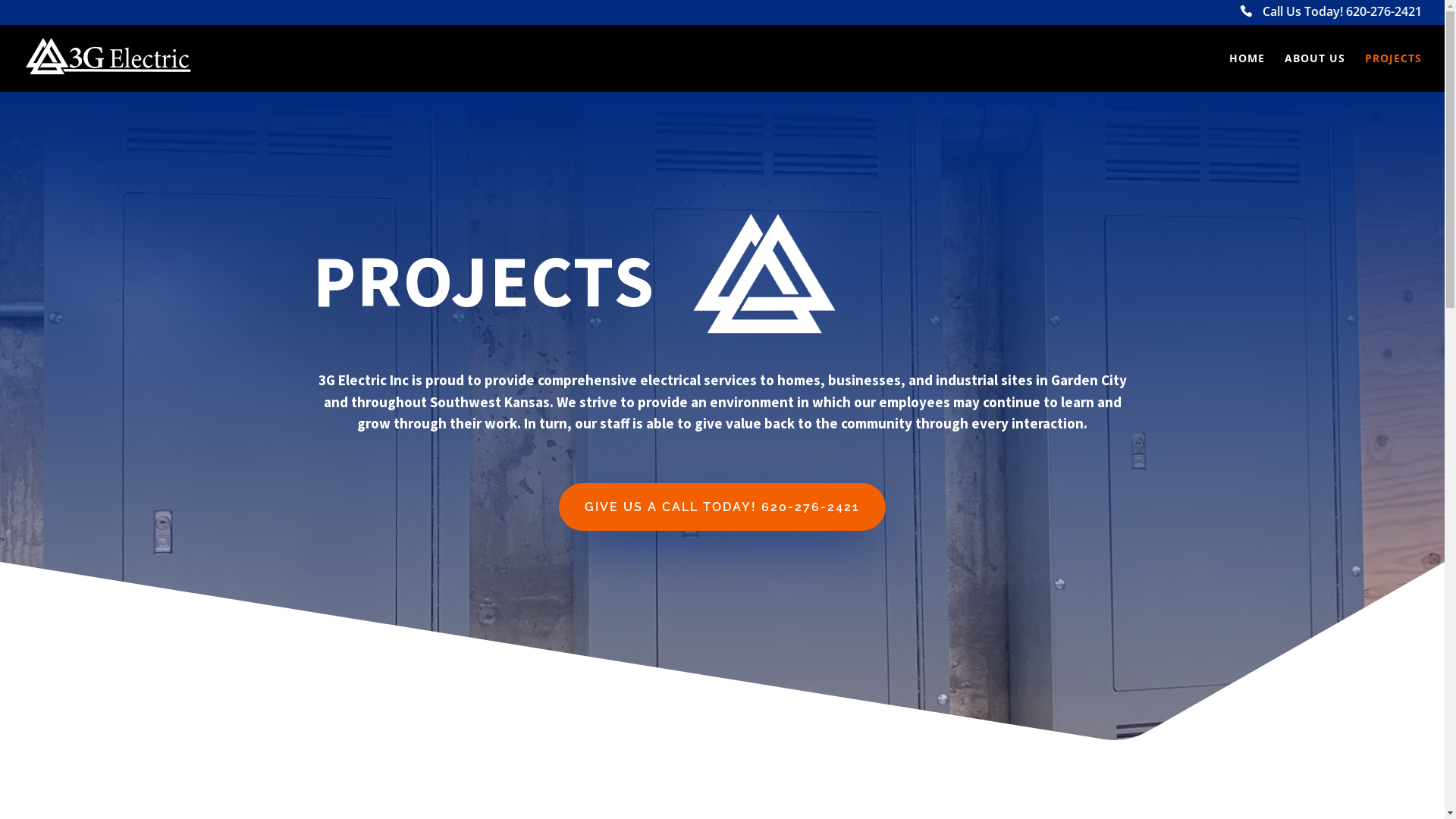  I want to click on 'ABOUT US', so click(1284, 72).